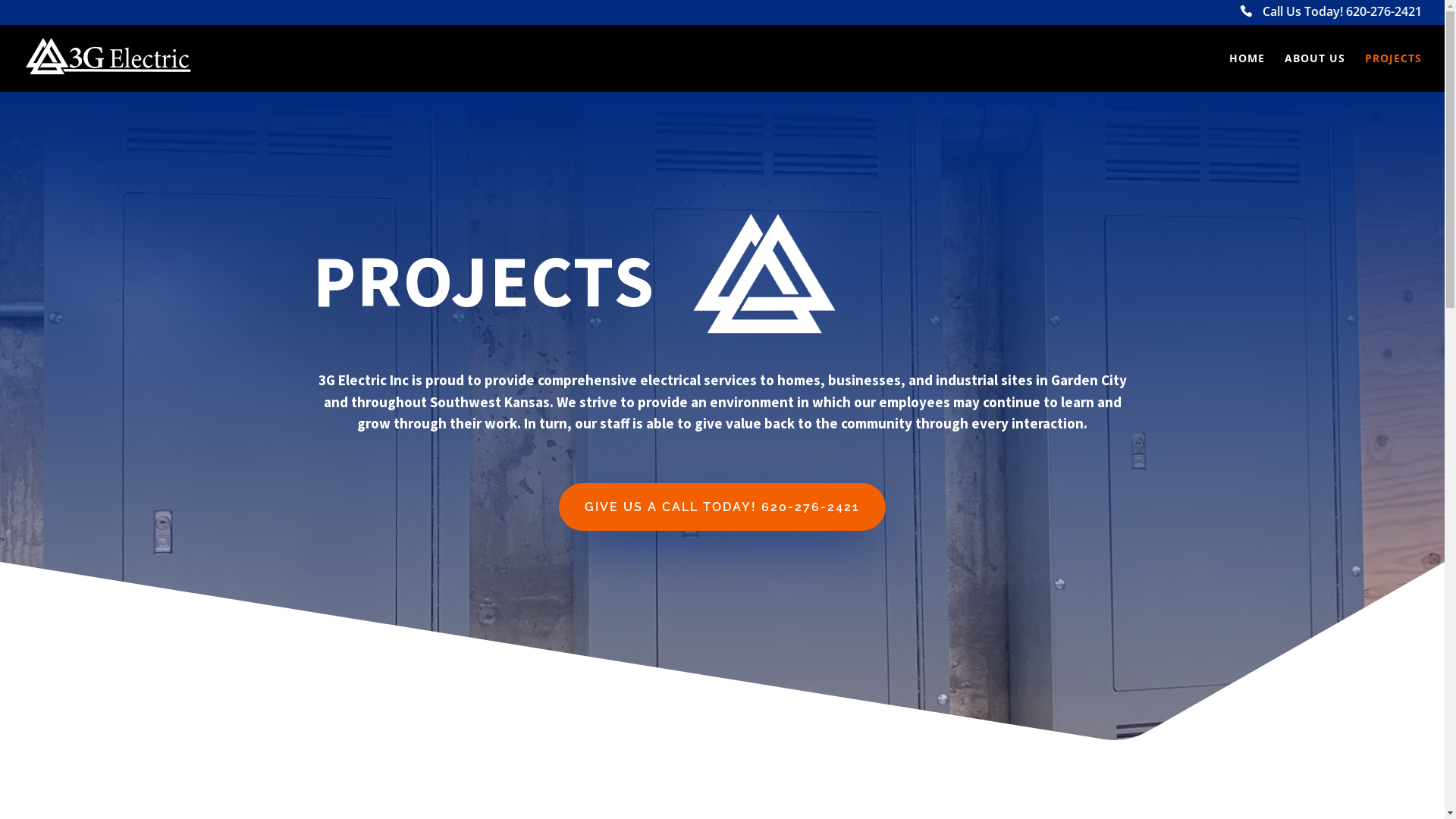  I want to click on 'ABOUT US', so click(1284, 72).